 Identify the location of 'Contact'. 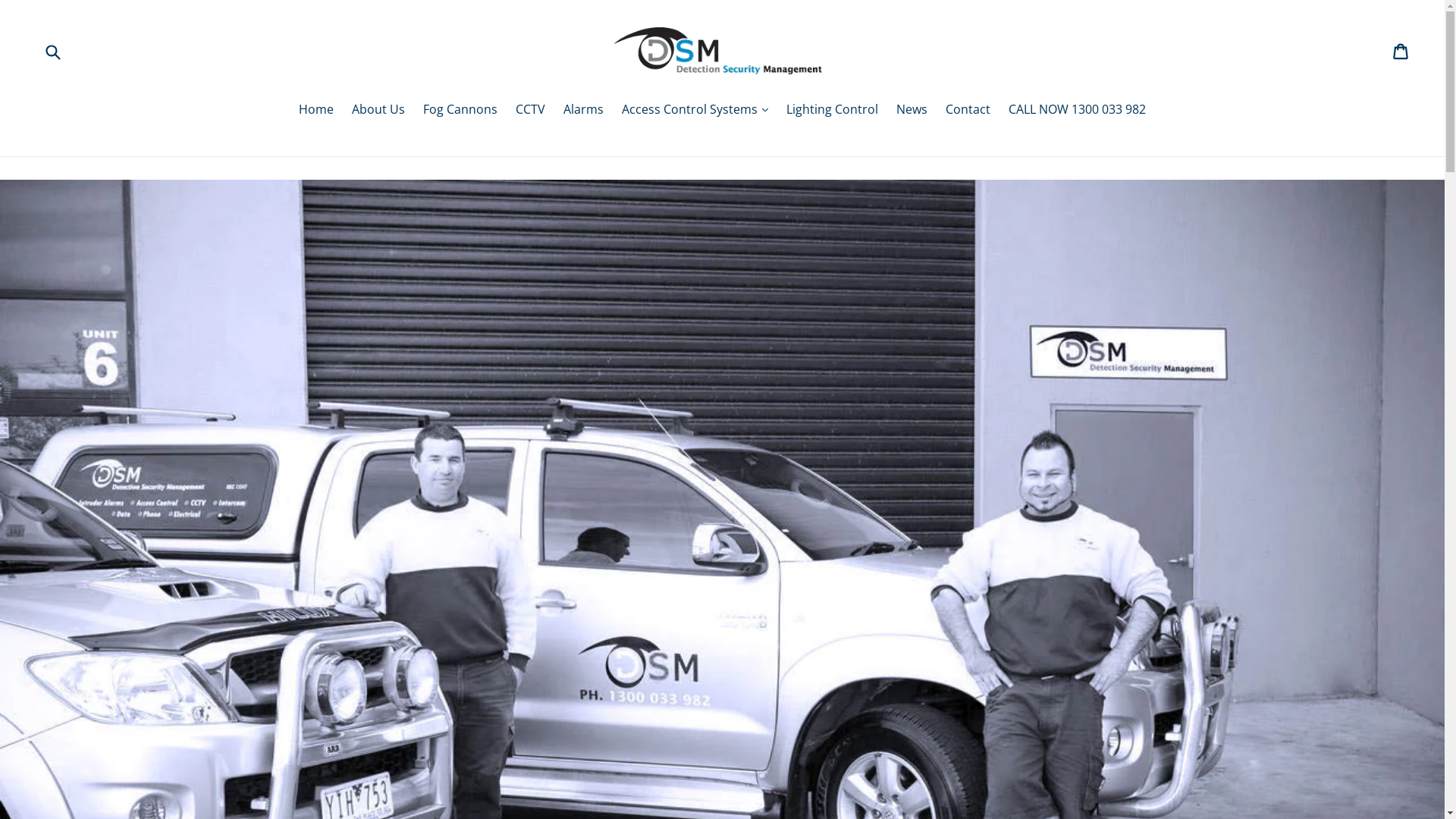
(967, 109).